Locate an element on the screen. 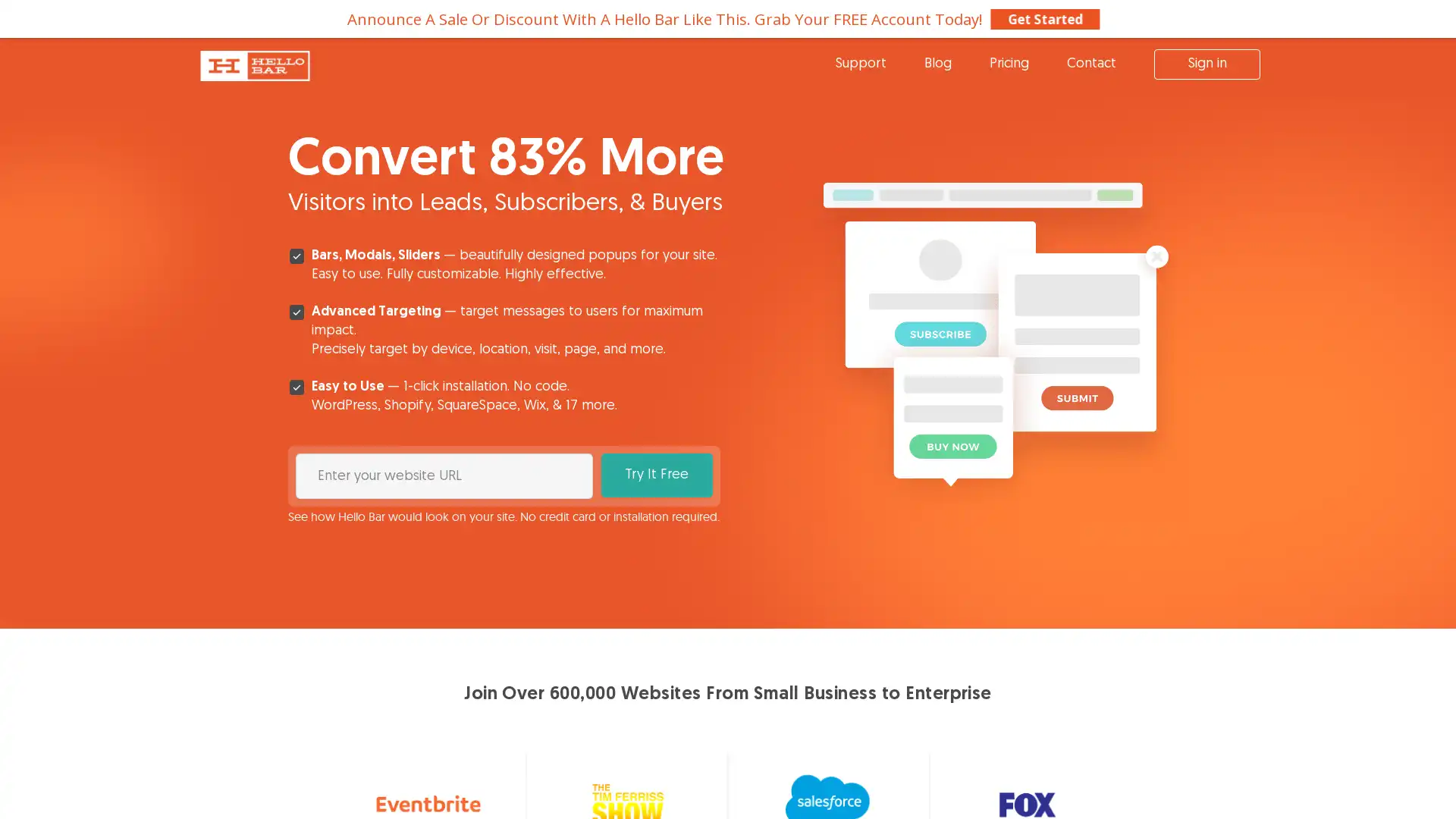  Try It Free is located at coordinates (656, 475).